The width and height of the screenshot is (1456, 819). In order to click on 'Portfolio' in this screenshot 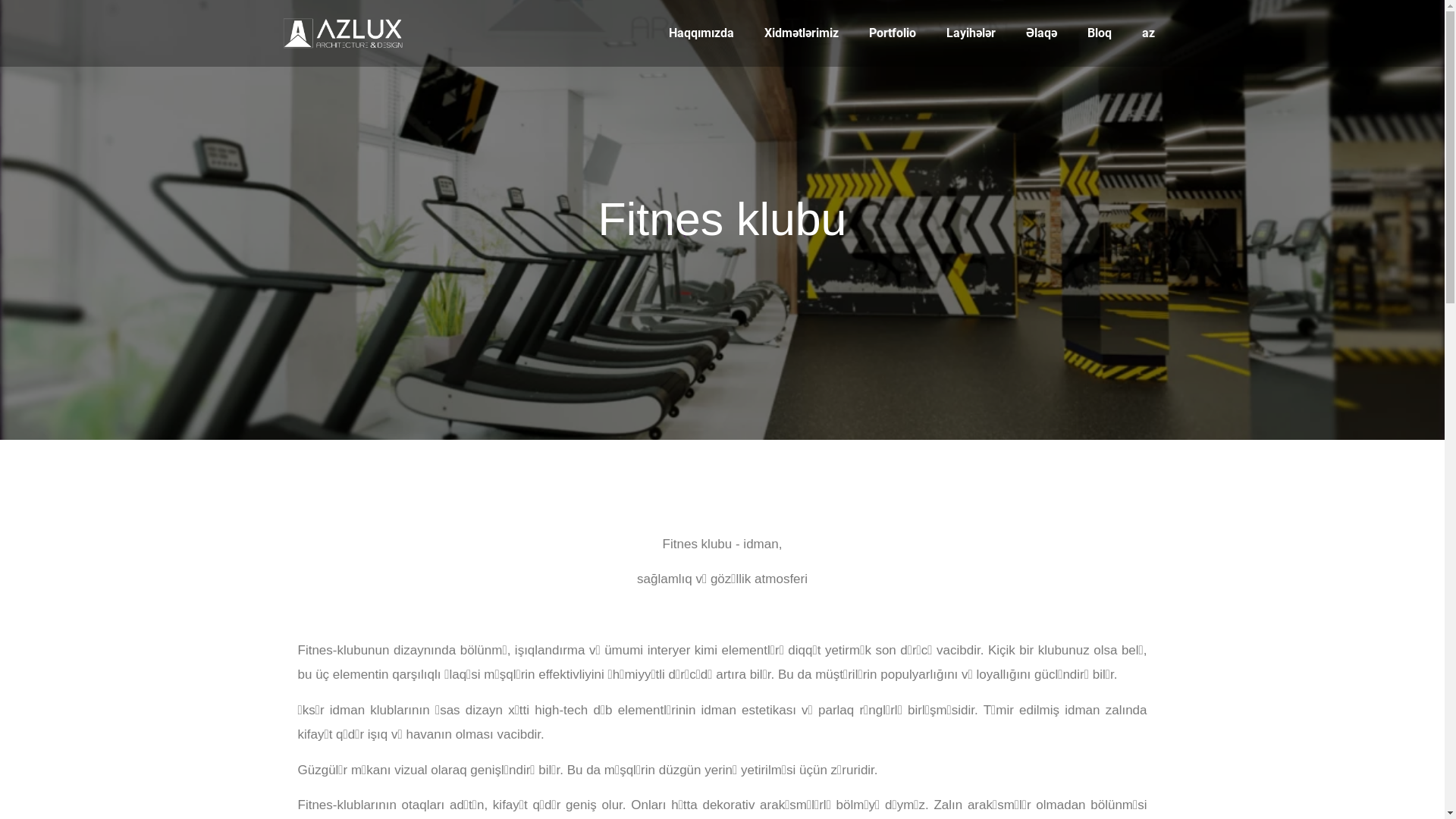, I will do `click(892, 33)`.